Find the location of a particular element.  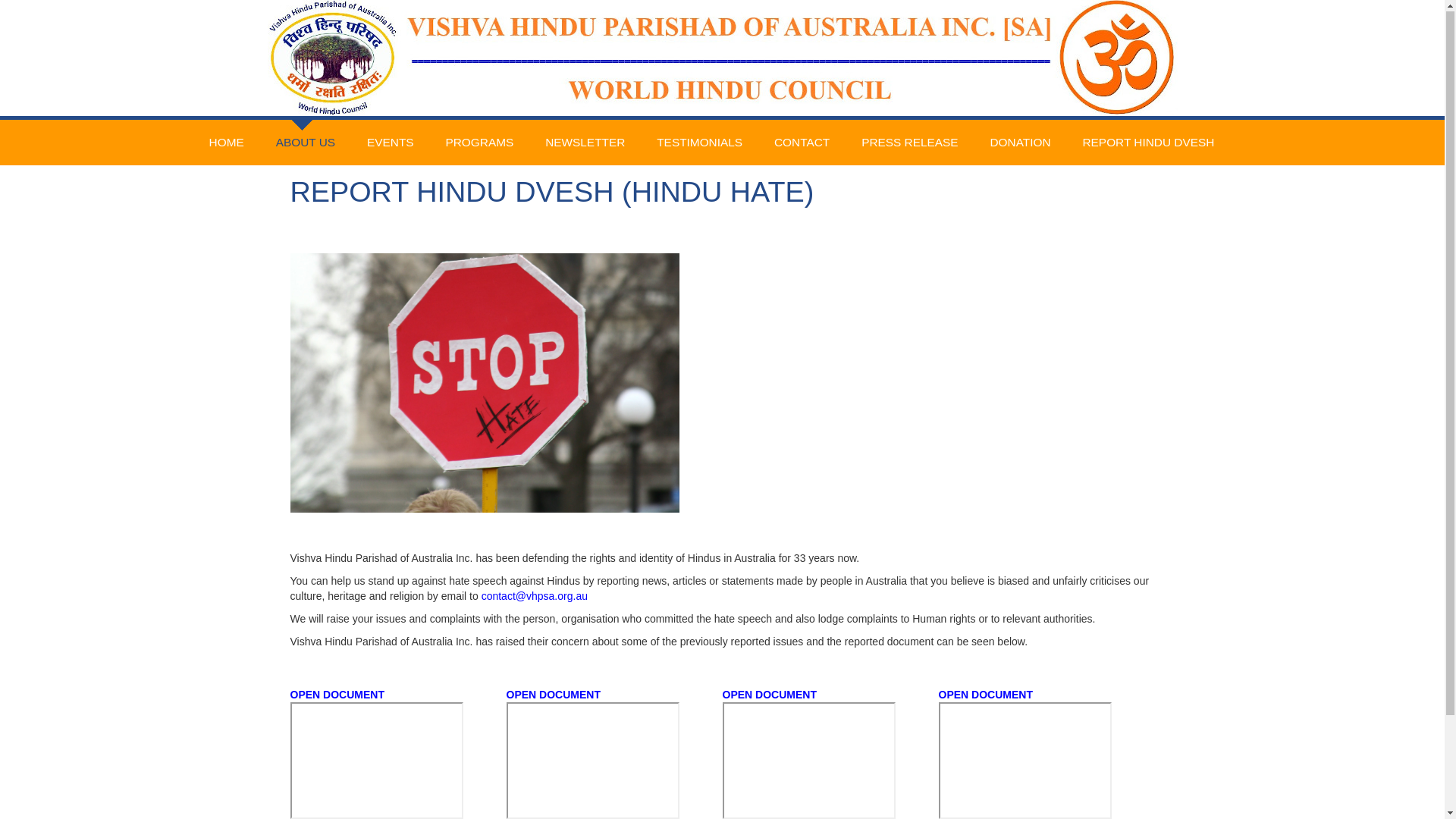

'CONTACT' is located at coordinates (801, 143).